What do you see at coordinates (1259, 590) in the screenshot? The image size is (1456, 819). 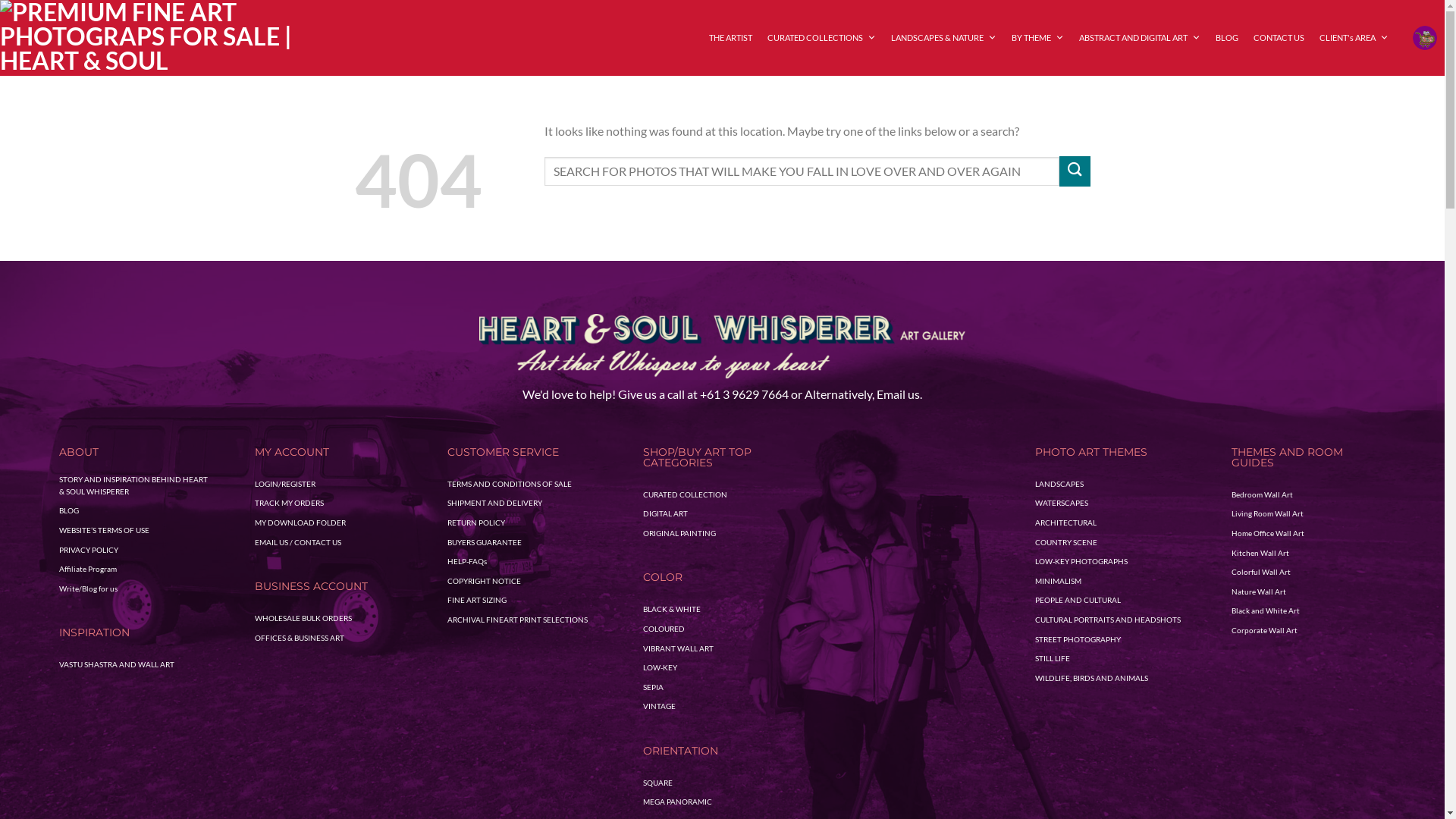 I see `'Nature Wall Art'` at bounding box center [1259, 590].